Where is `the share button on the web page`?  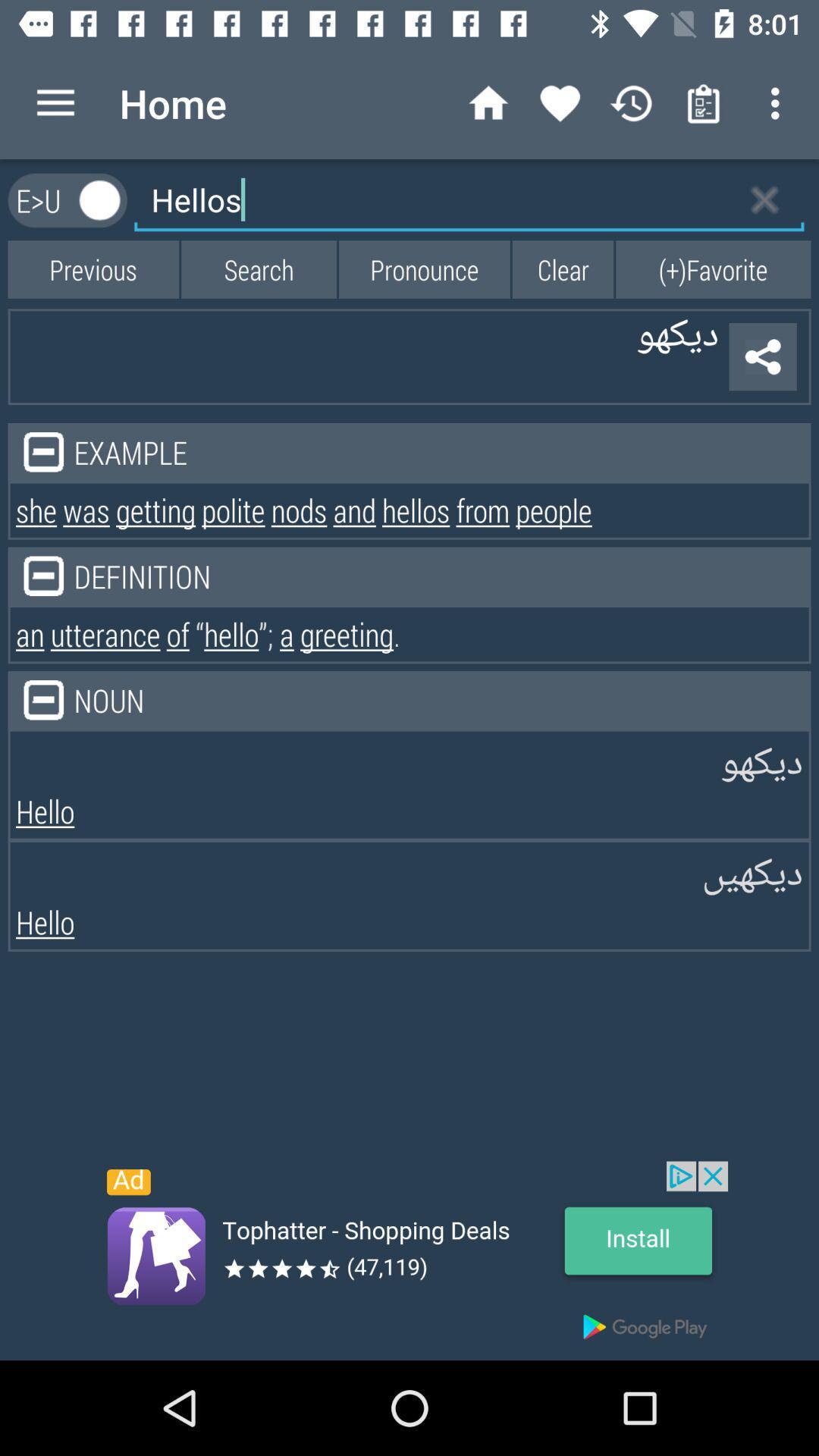
the share button on the web page is located at coordinates (763, 356).